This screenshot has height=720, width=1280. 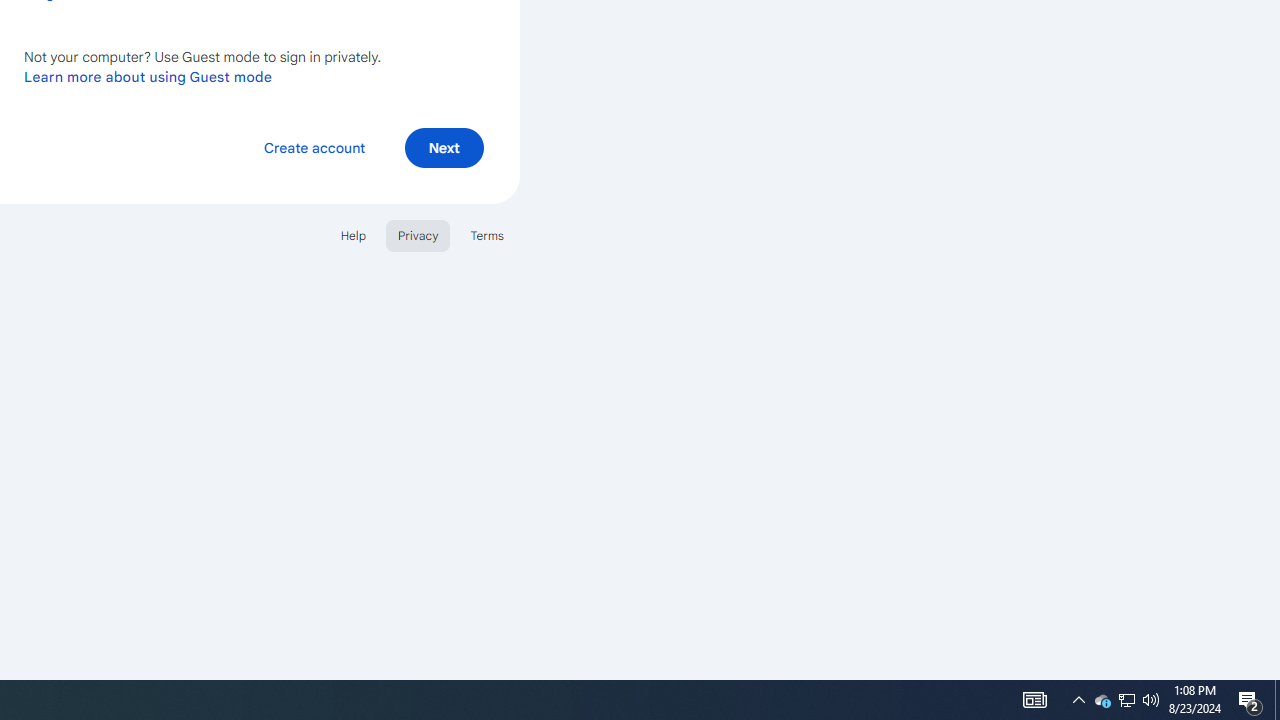 I want to click on 'Help', so click(x=352, y=234).